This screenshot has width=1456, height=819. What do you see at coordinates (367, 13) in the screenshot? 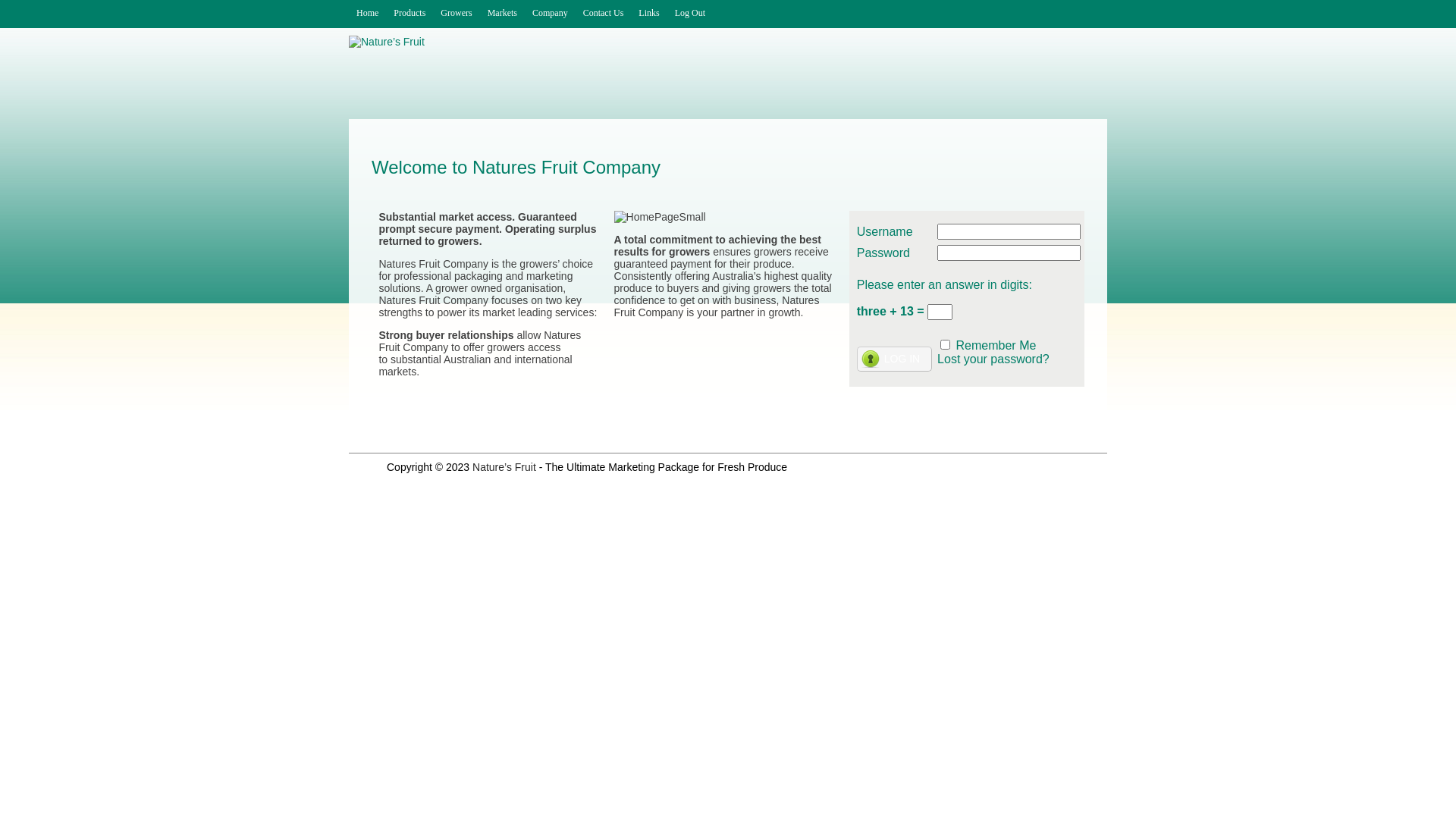
I see `'Home'` at bounding box center [367, 13].